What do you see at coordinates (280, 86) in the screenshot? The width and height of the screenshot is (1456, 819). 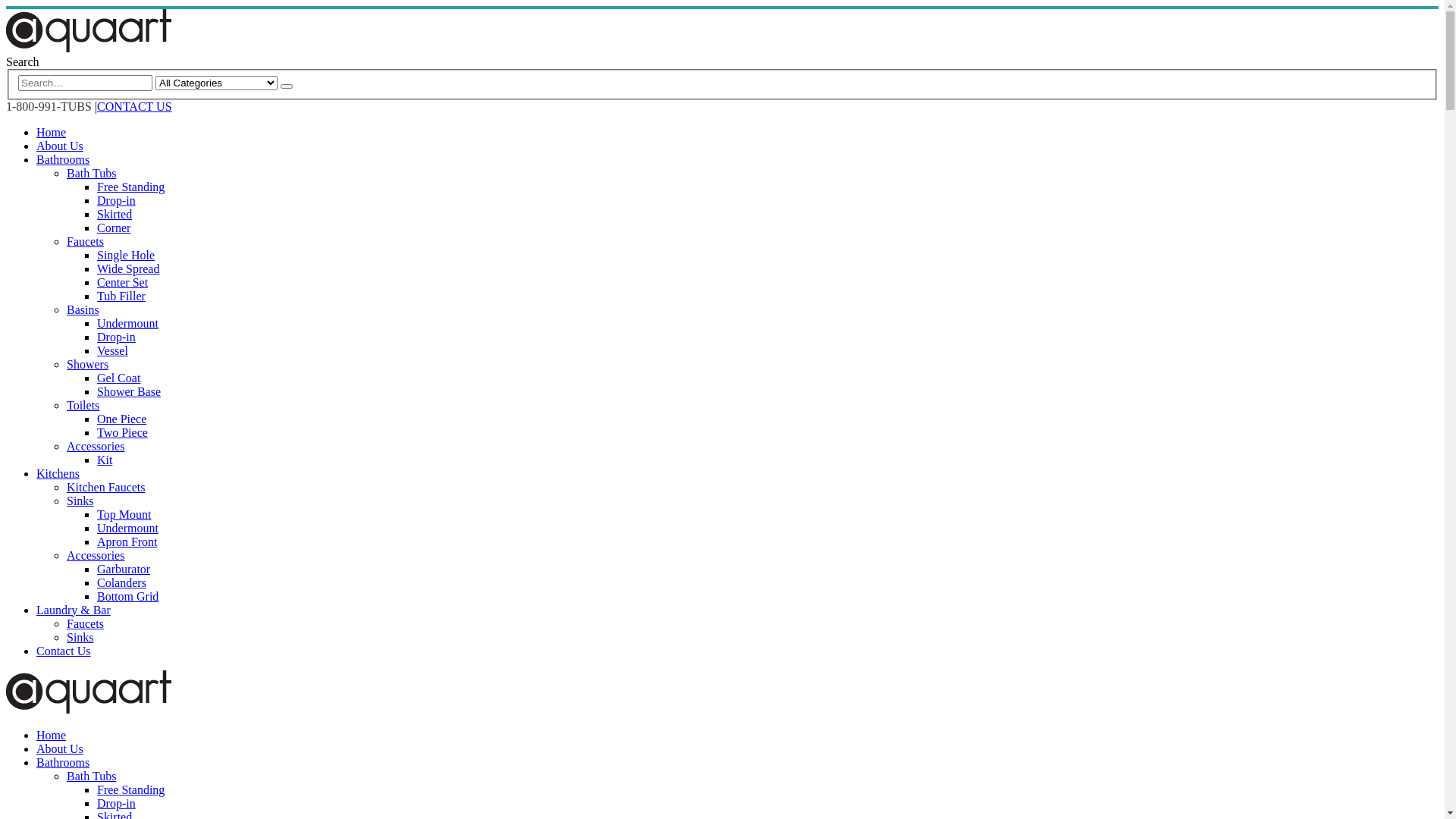 I see `'Search'` at bounding box center [280, 86].